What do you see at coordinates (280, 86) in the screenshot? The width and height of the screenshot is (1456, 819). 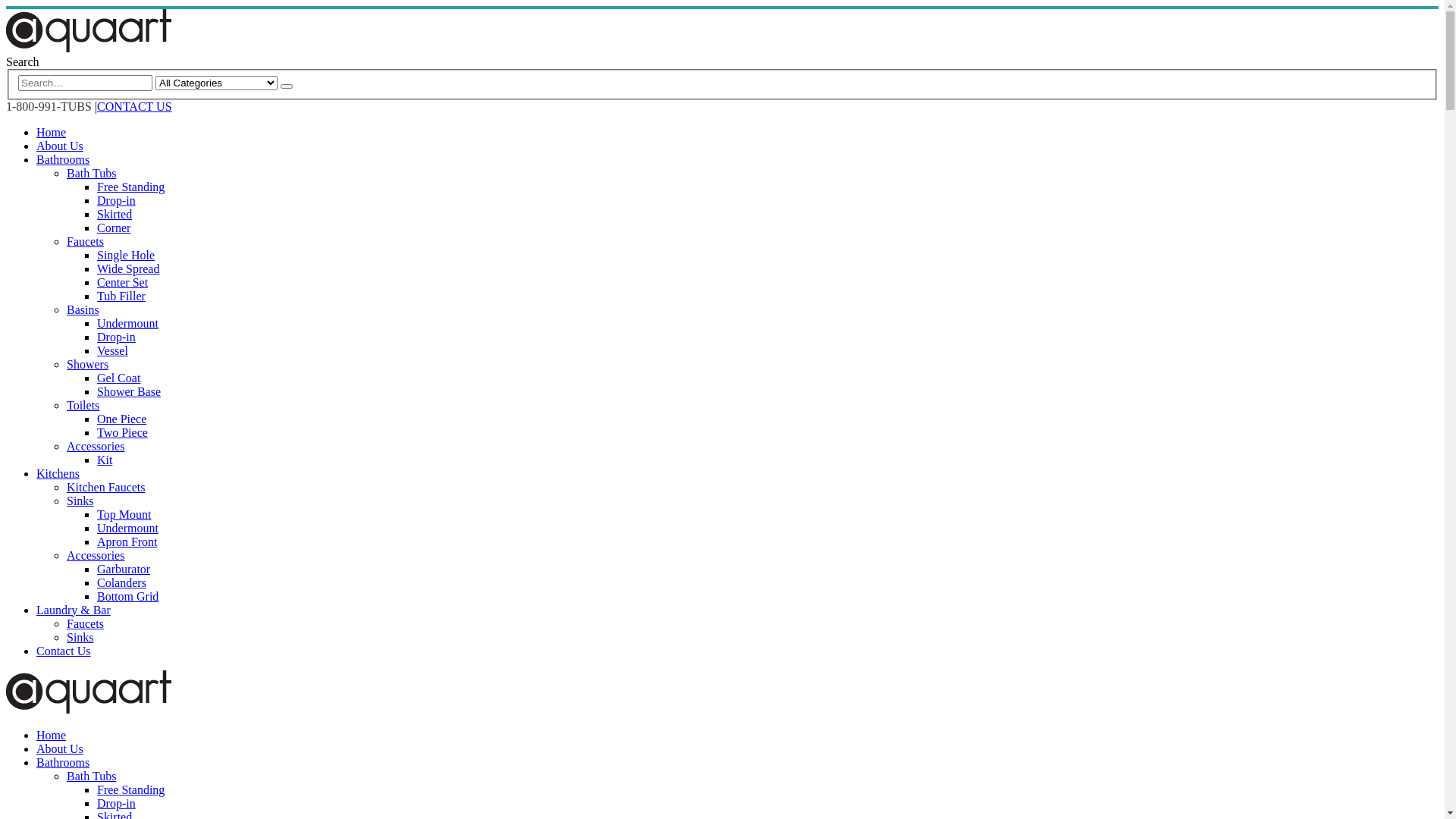 I see `'Search'` at bounding box center [280, 86].